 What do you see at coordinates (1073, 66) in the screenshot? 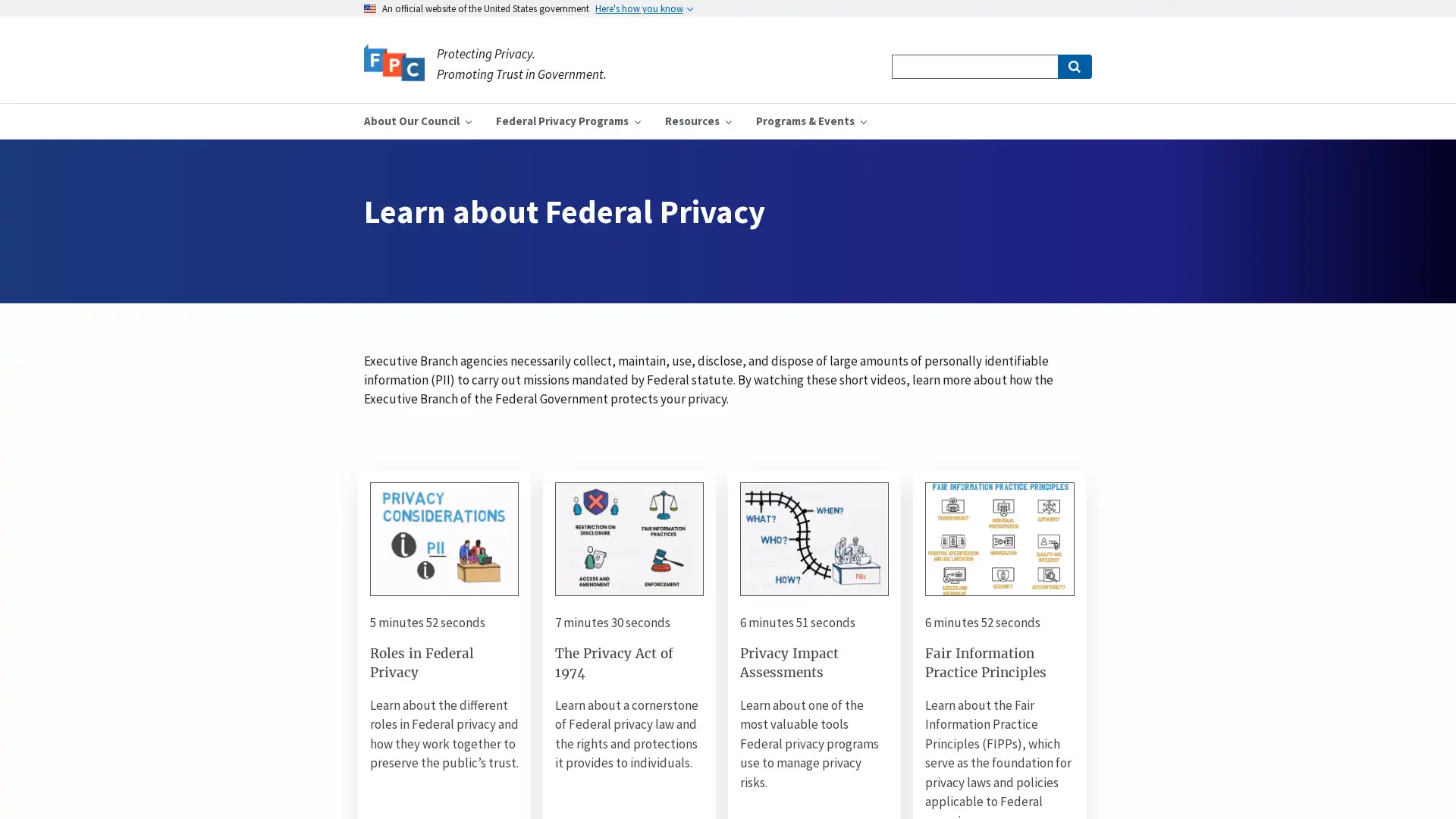
I see `Search` at bounding box center [1073, 66].